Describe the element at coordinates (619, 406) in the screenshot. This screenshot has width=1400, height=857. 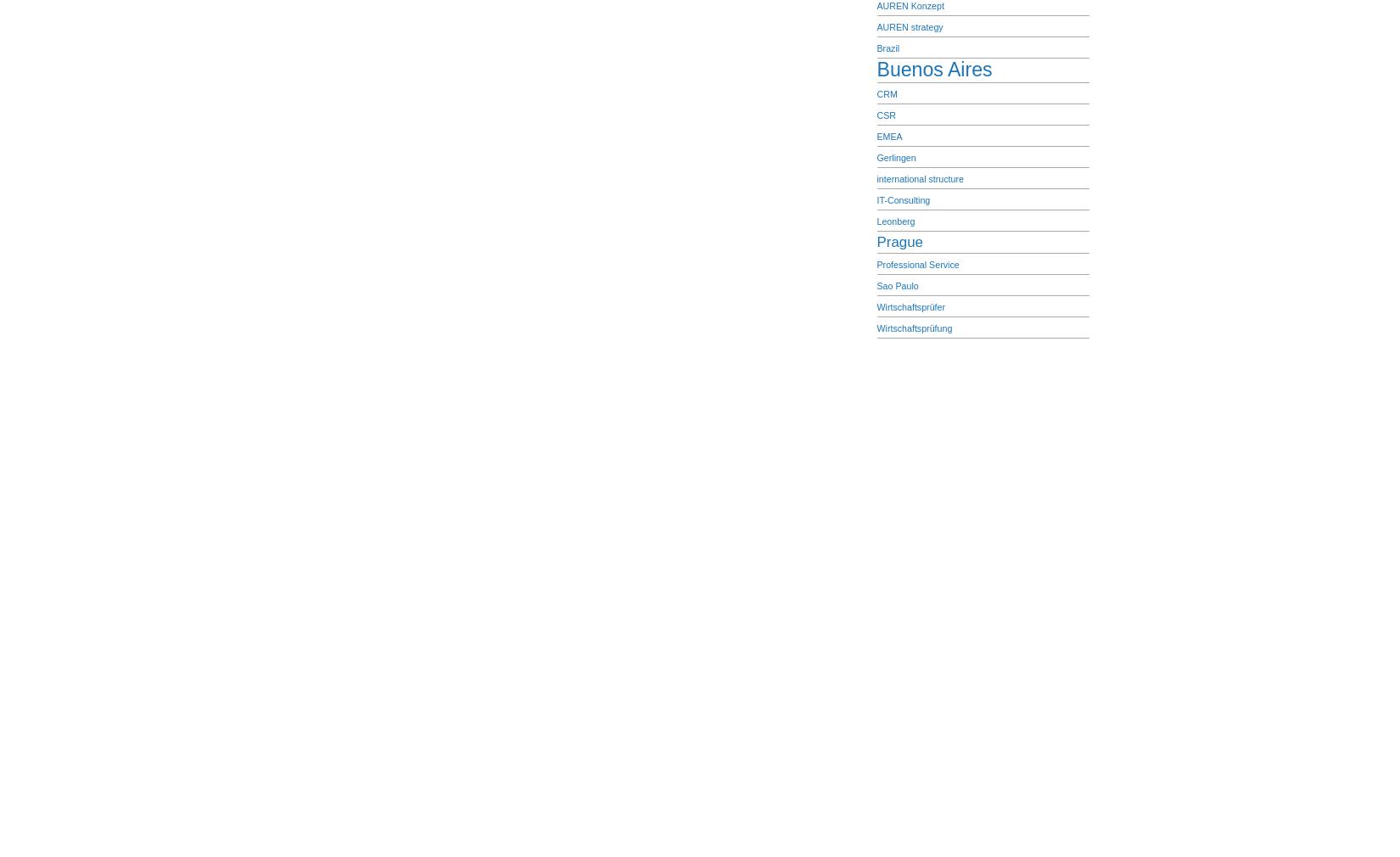
I see `'Anmelden'` at that location.